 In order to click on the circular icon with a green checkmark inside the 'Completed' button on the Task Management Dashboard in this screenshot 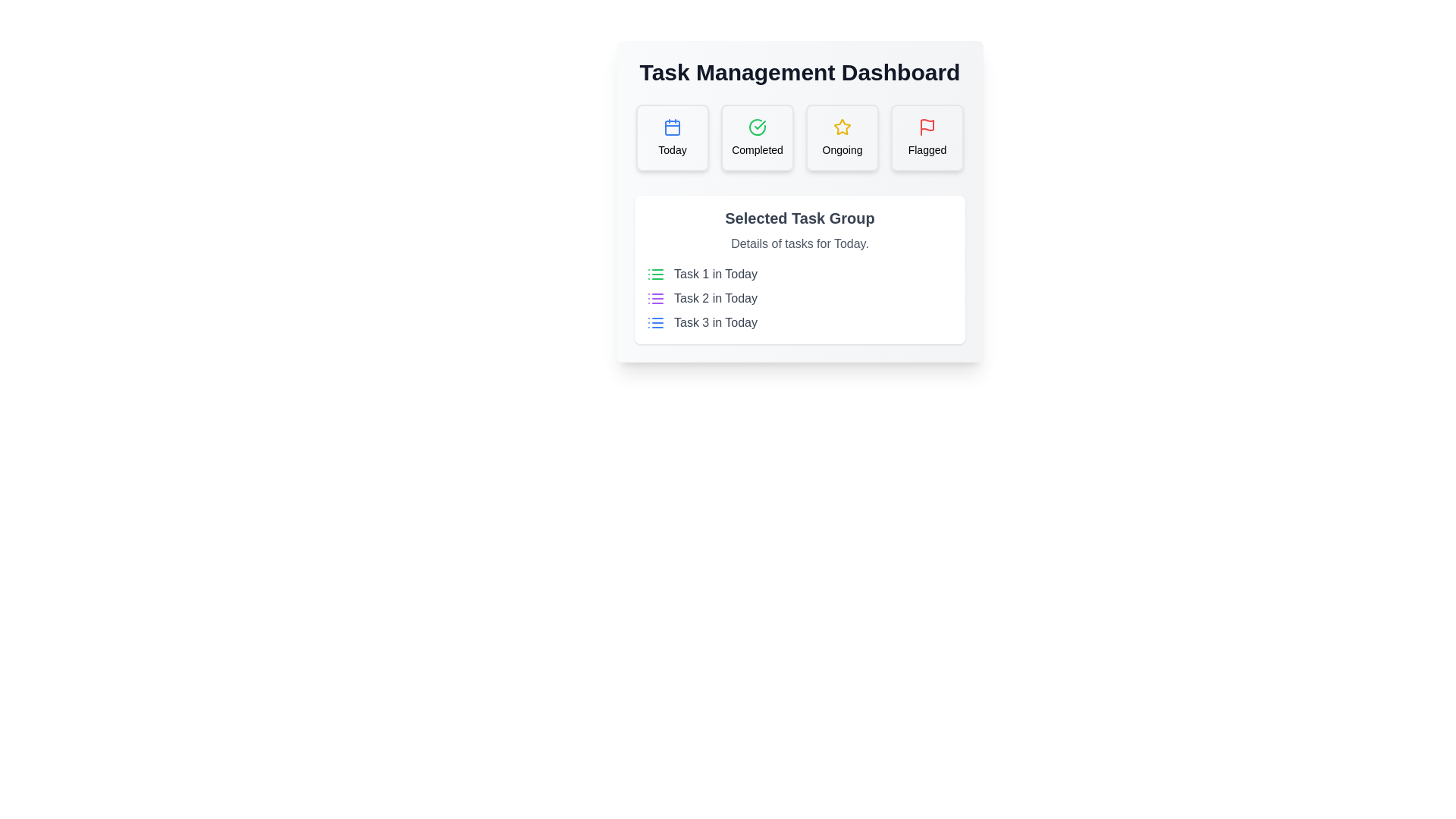, I will do `click(757, 127)`.